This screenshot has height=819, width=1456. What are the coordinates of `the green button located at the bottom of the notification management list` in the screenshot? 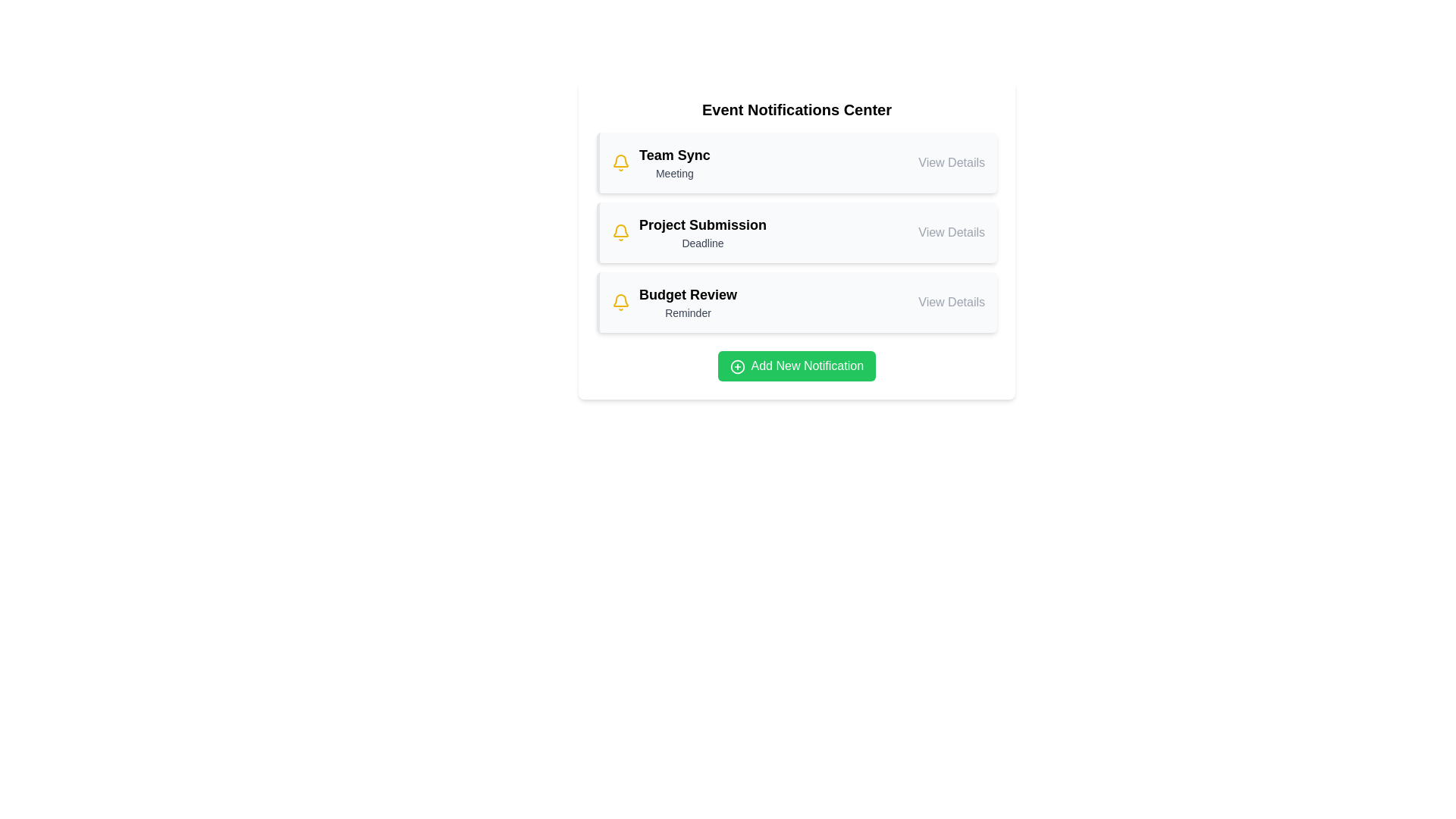 It's located at (796, 362).